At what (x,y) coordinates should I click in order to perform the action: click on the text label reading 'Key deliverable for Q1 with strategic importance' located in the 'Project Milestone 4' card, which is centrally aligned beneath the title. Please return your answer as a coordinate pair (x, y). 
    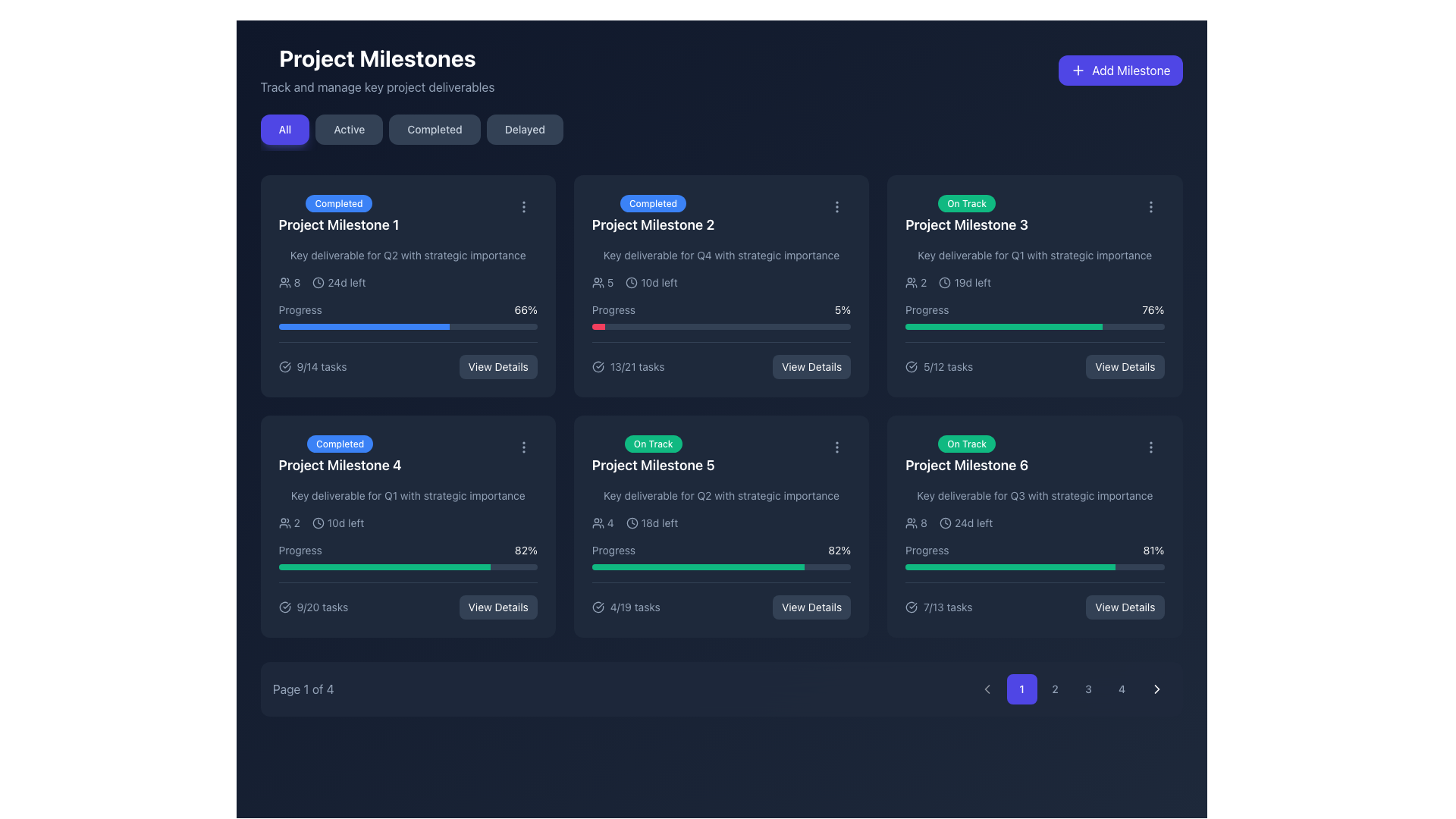
    Looking at the image, I should click on (408, 496).